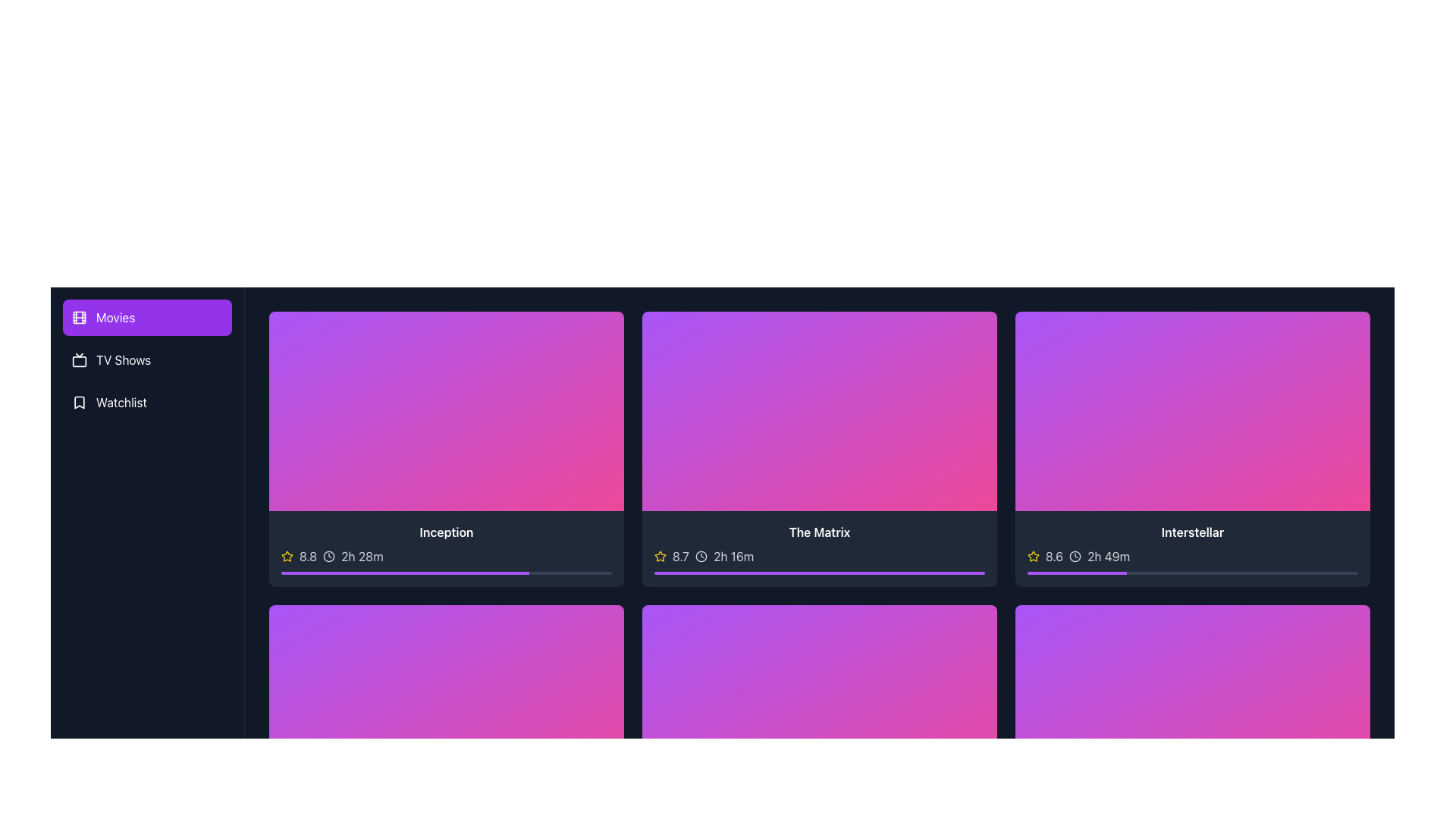 This screenshot has width=1456, height=819. What do you see at coordinates (660, 556) in the screenshot?
I see `the star icon representing the rating for 'The Matrix', which visually indicates a score of '8.7'` at bounding box center [660, 556].